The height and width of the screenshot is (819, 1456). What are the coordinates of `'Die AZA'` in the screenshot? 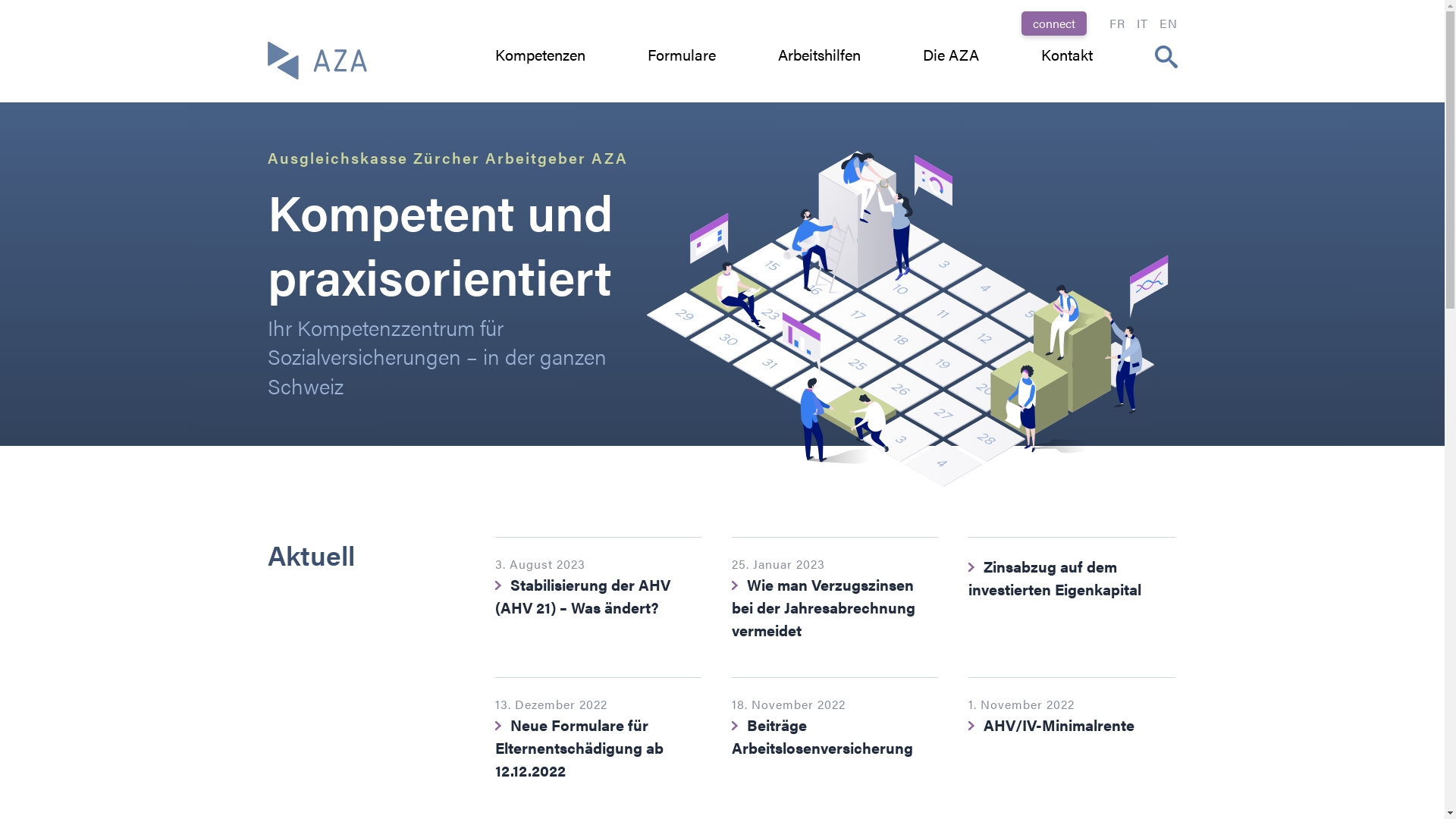 It's located at (949, 54).